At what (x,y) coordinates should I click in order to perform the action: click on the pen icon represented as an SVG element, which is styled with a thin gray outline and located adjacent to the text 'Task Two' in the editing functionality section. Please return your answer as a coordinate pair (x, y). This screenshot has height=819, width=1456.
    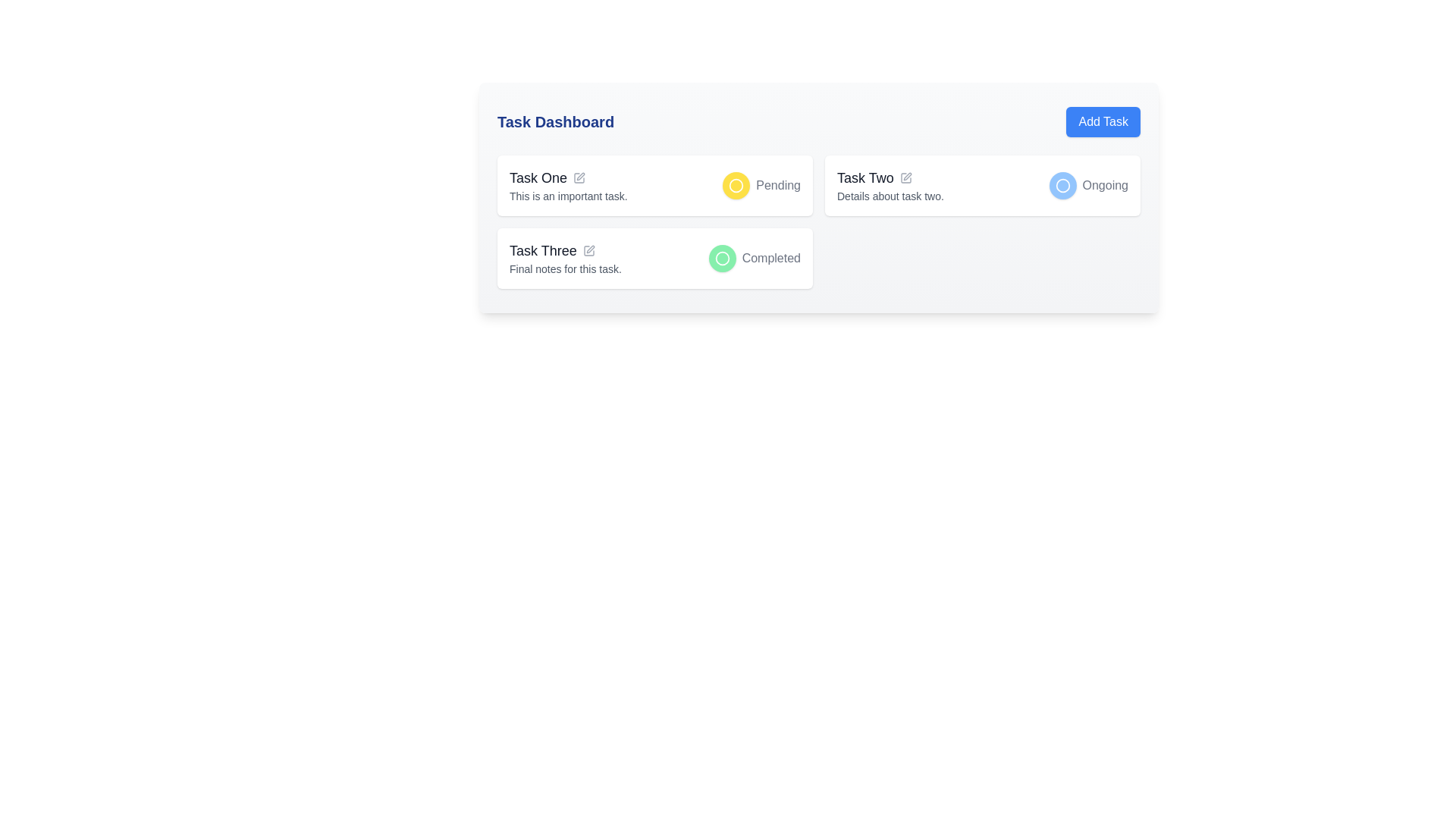
    Looking at the image, I should click on (907, 175).